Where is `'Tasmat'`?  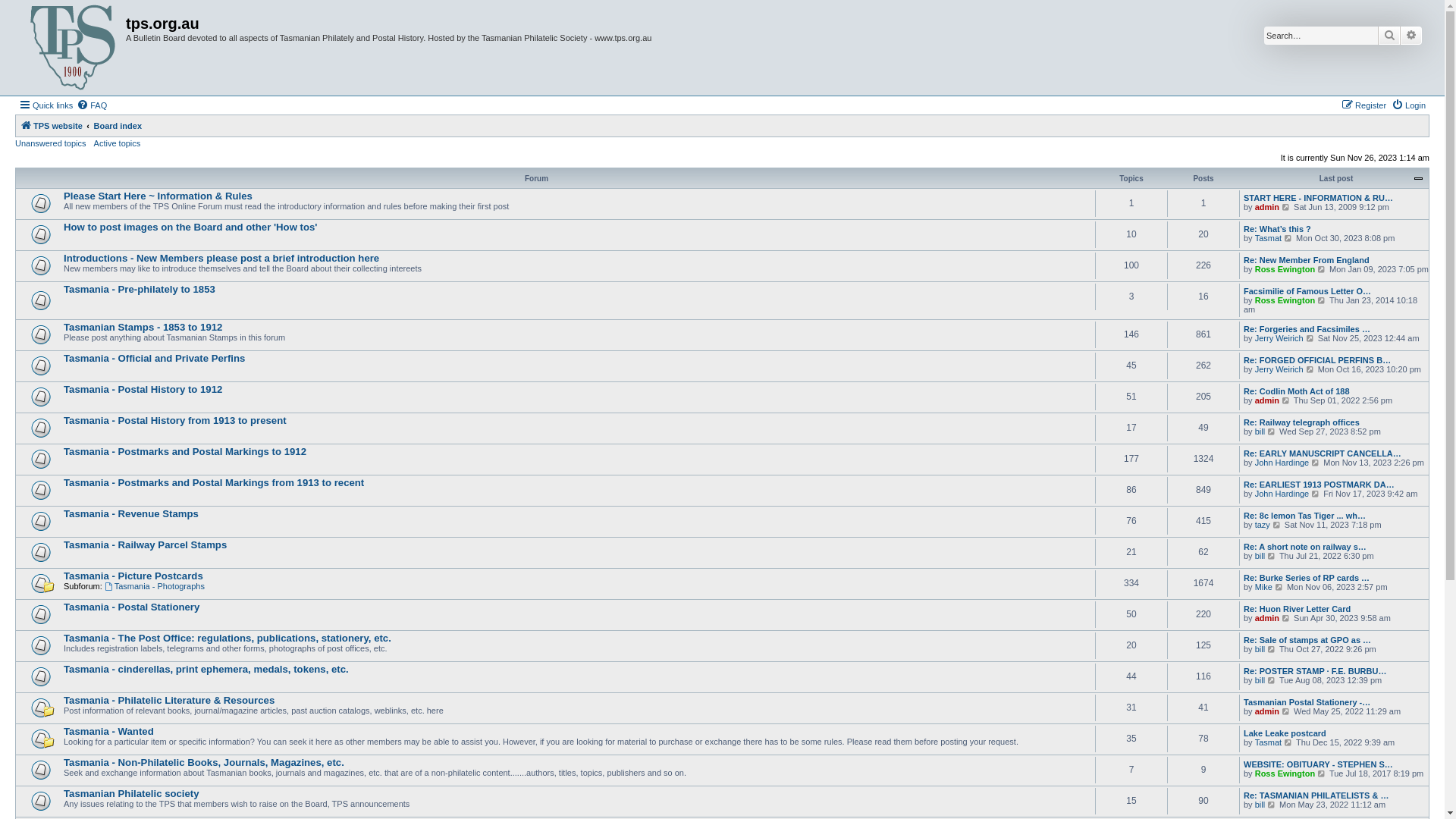
'Tasmat' is located at coordinates (1268, 237).